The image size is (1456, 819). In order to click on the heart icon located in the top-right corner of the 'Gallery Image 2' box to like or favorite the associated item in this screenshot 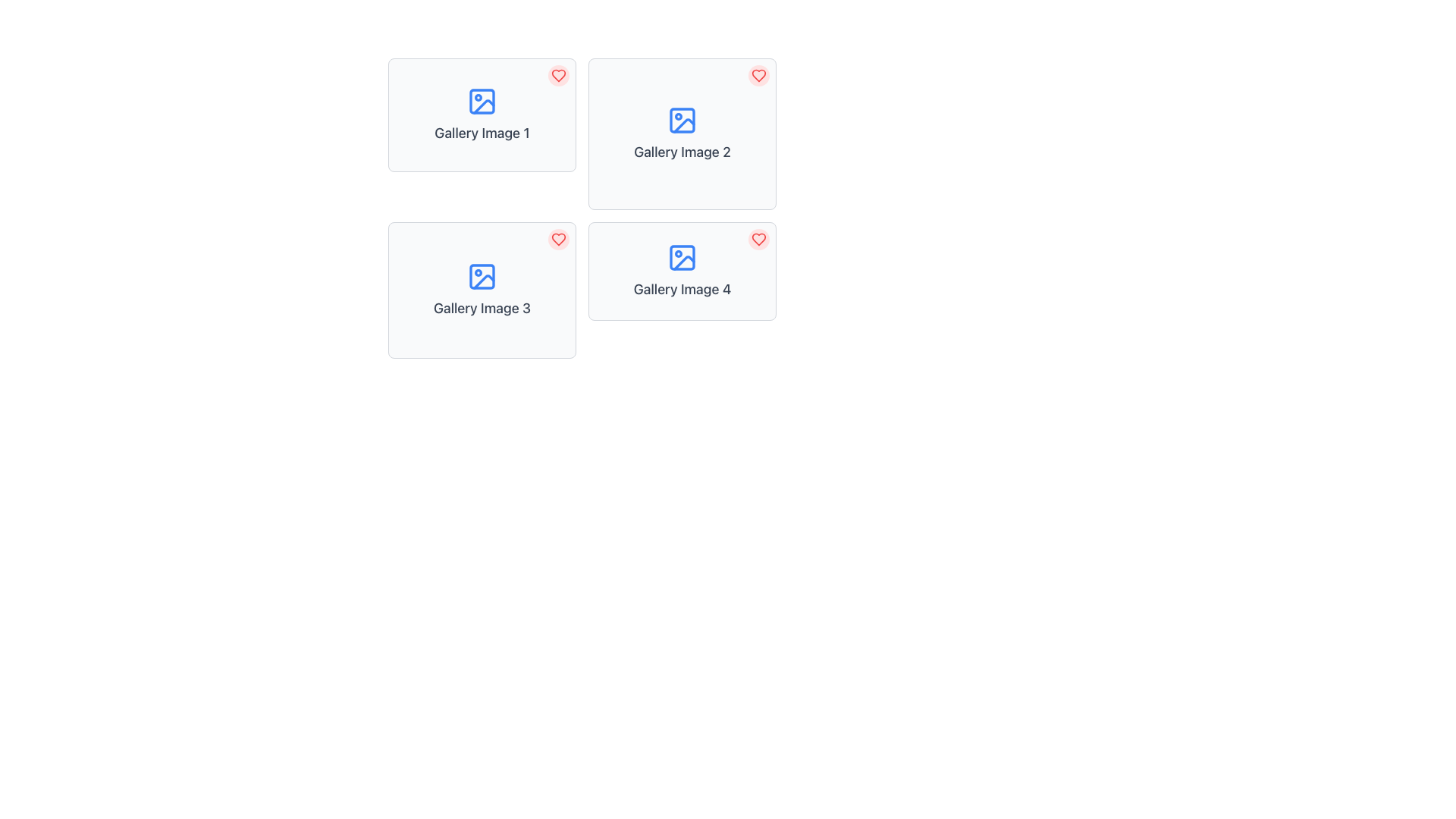, I will do `click(759, 76)`.